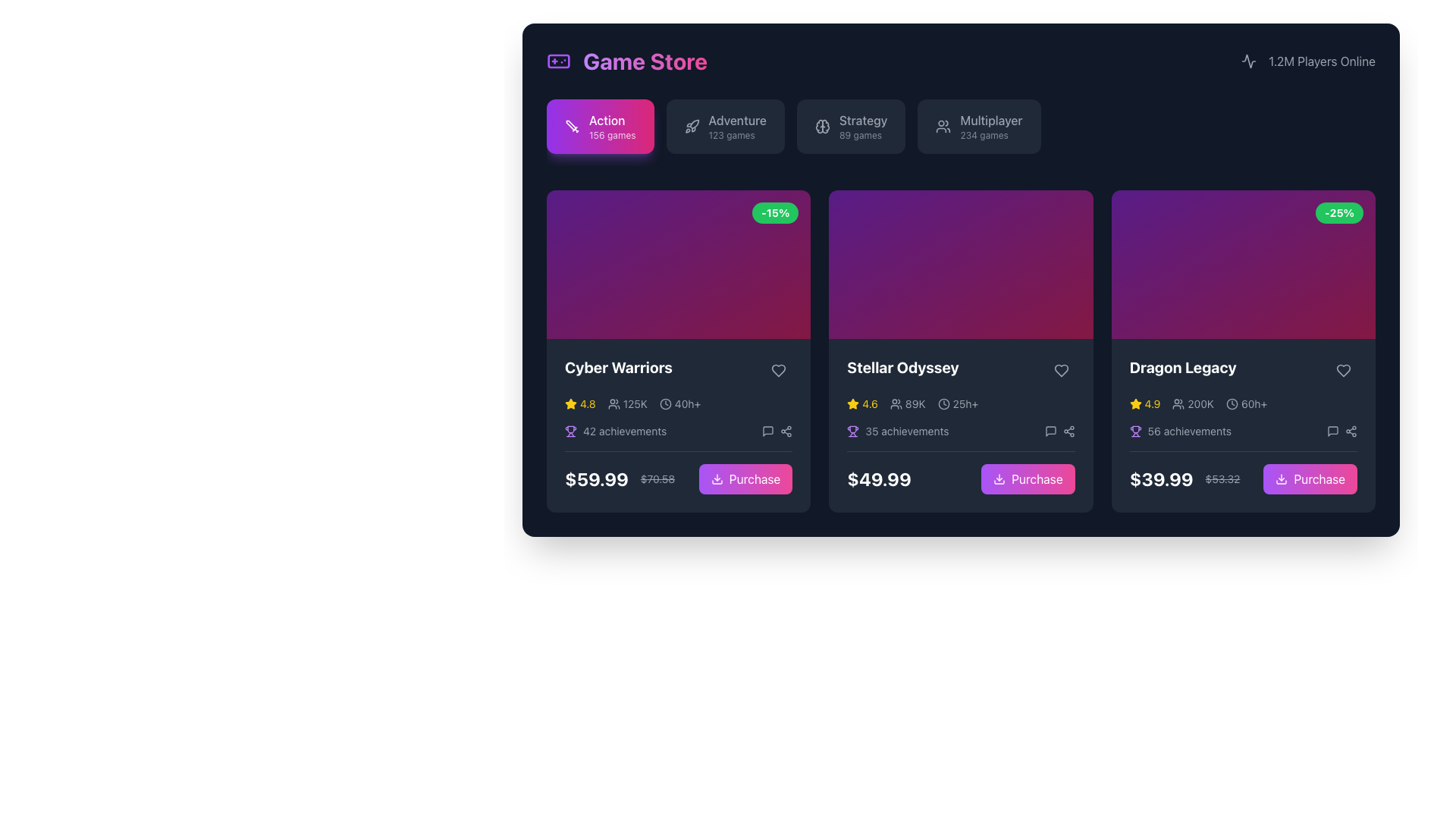 Image resolution: width=1456 pixels, height=819 pixels. Describe the element at coordinates (902, 367) in the screenshot. I see `the text label displaying 'Stellar Odyssey' in bold white font, located in the second card of the Game Store section` at that location.